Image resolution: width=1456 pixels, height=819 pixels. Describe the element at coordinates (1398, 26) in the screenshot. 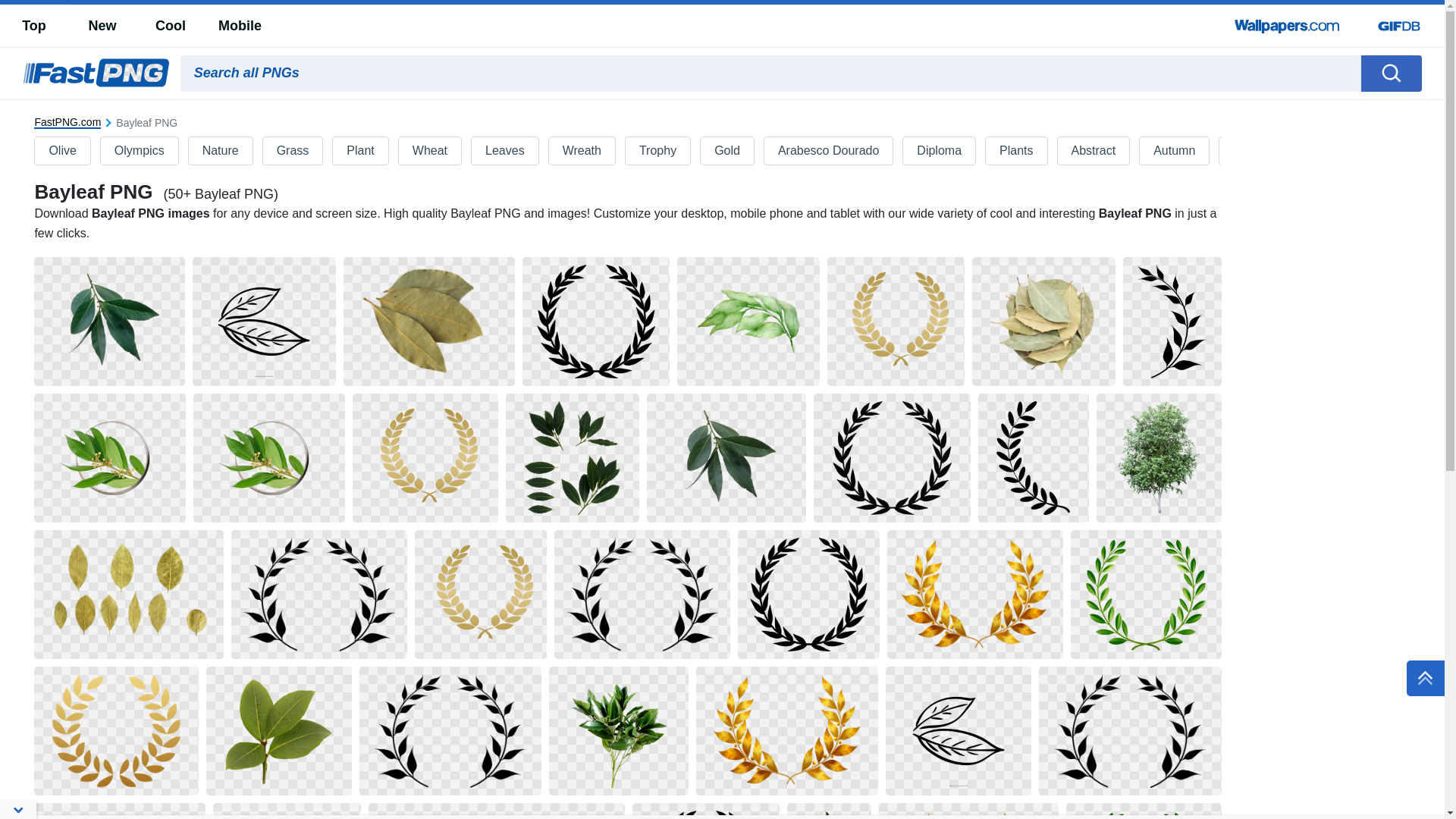

I see `'GifDB.com'` at that location.